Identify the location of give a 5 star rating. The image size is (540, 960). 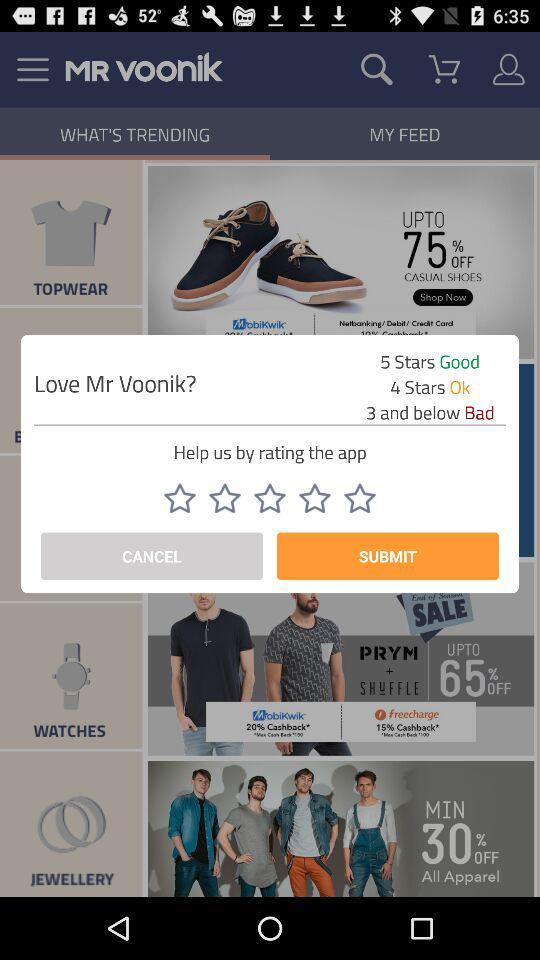
(359, 497).